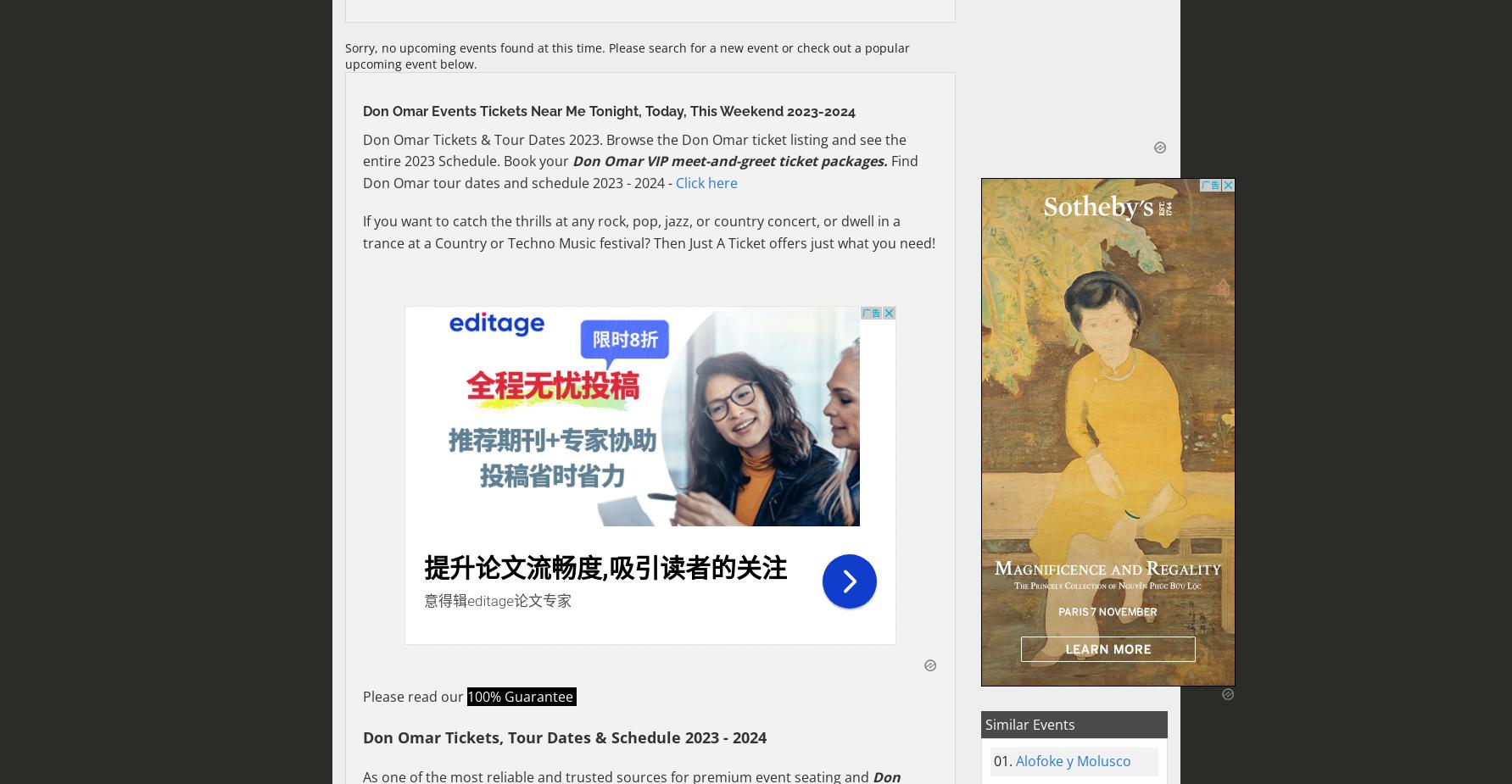 This screenshot has height=784, width=1512. What do you see at coordinates (533, 159) in the screenshot?
I see `'. Book your'` at bounding box center [533, 159].